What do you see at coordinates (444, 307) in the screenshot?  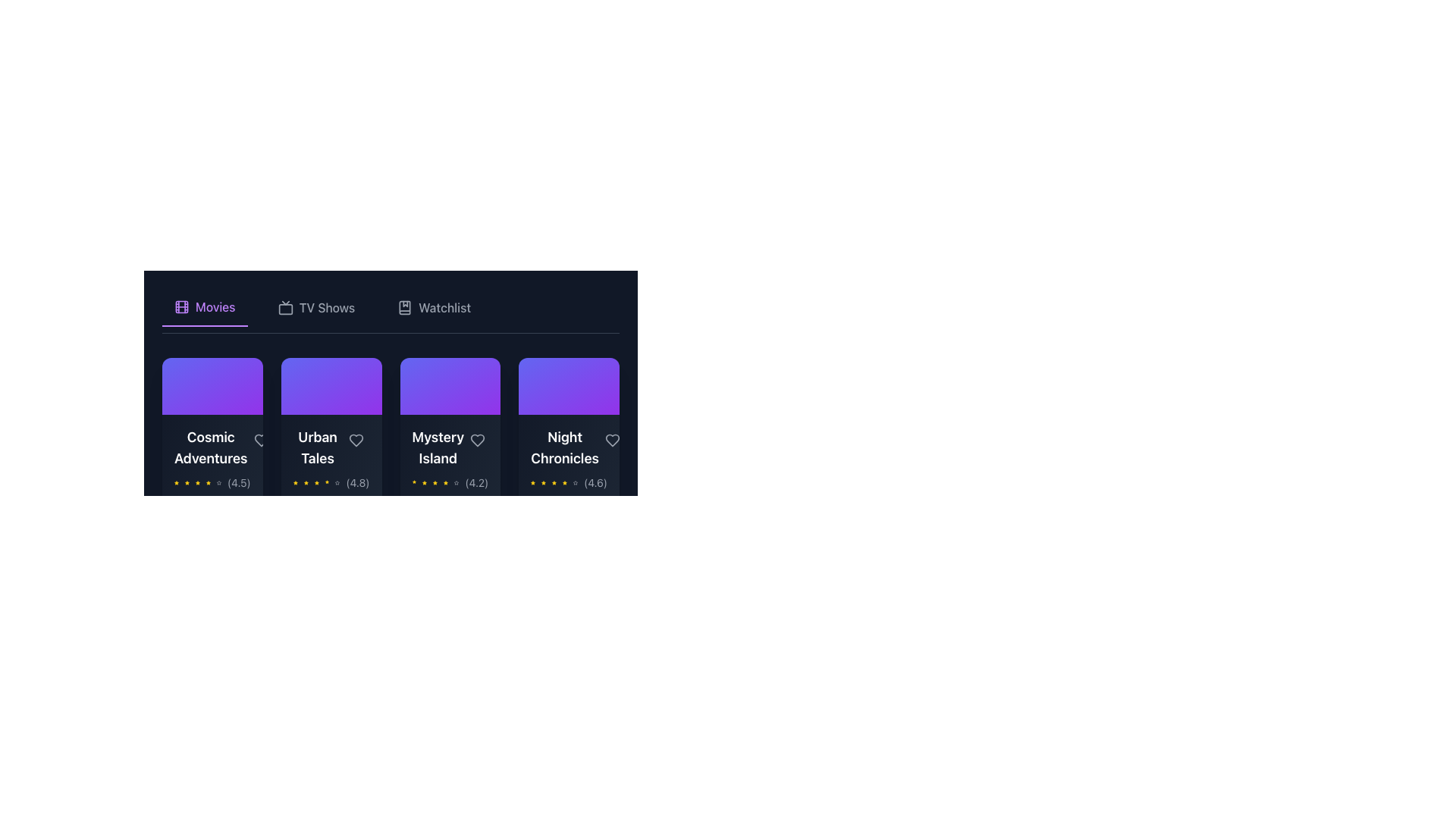 I see `the Text label in the horizontal navigation bar` at bounding box center [444, 307].